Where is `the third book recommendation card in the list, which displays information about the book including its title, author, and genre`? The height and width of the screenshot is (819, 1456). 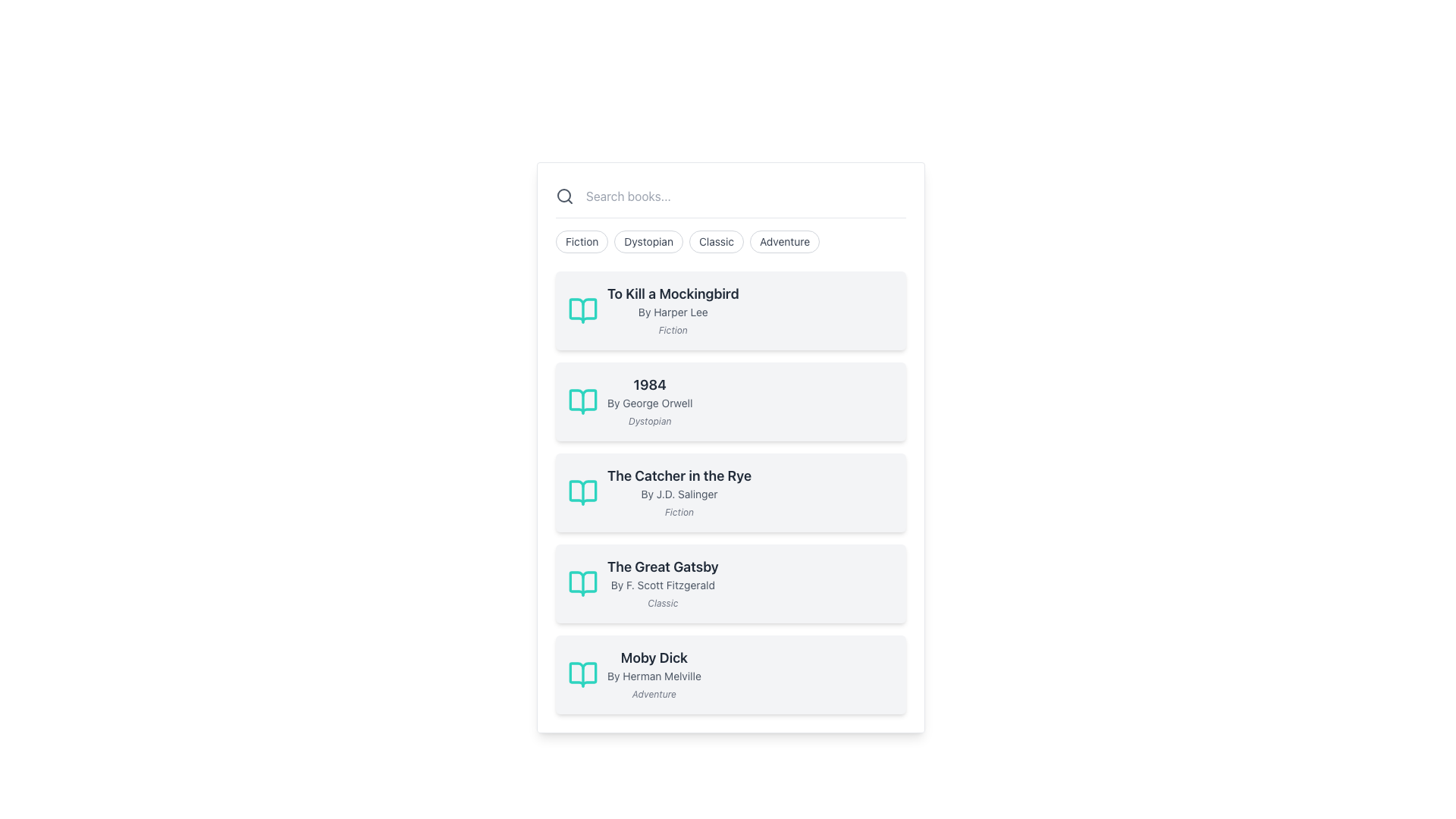
the third book recommendation card in the list, which displays information about the book including its title, author, and genre is located at coordinates (731, 493).